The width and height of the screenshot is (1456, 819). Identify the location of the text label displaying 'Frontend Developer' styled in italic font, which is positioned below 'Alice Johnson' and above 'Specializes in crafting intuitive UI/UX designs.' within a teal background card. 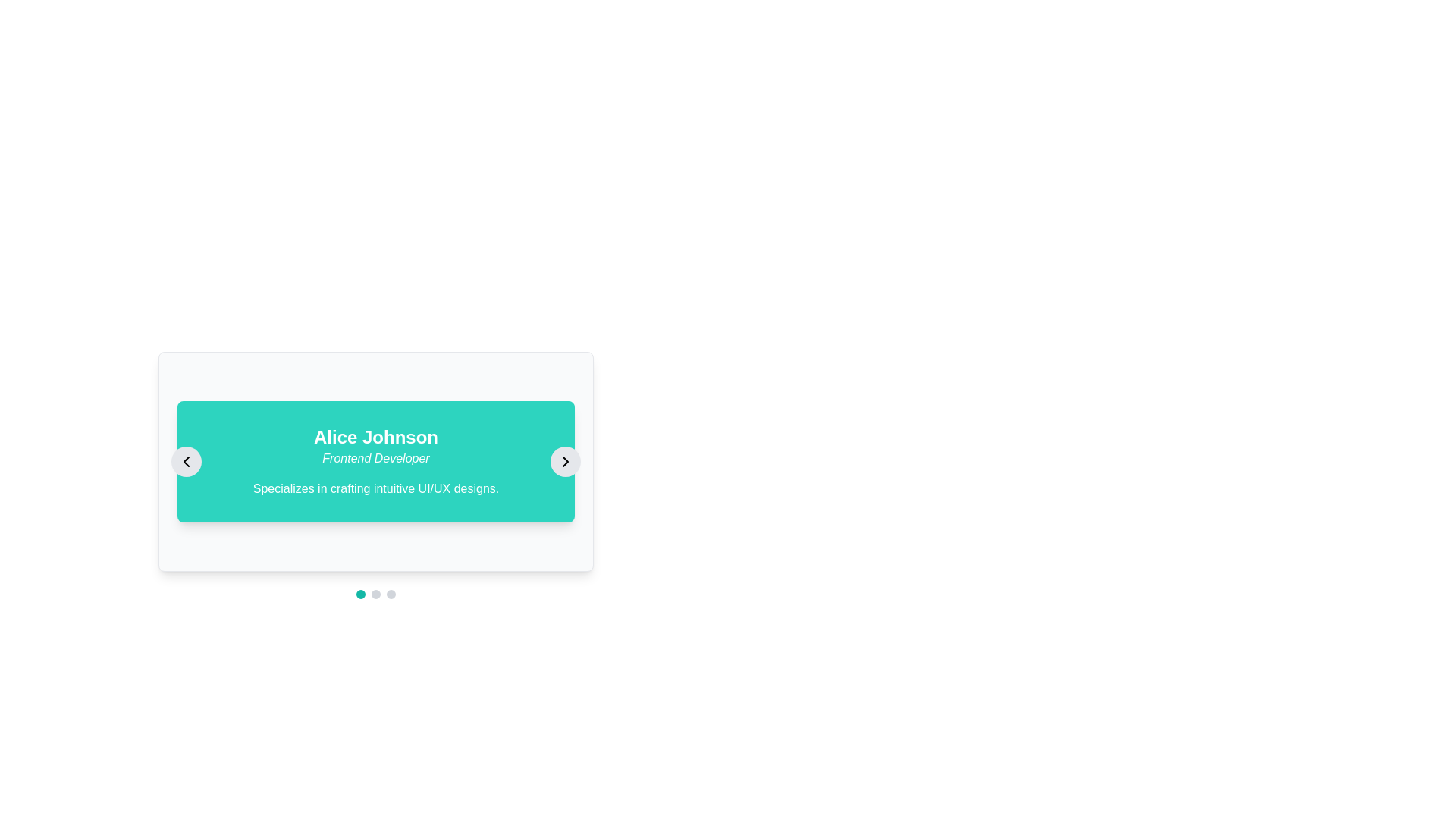
(375, 458).